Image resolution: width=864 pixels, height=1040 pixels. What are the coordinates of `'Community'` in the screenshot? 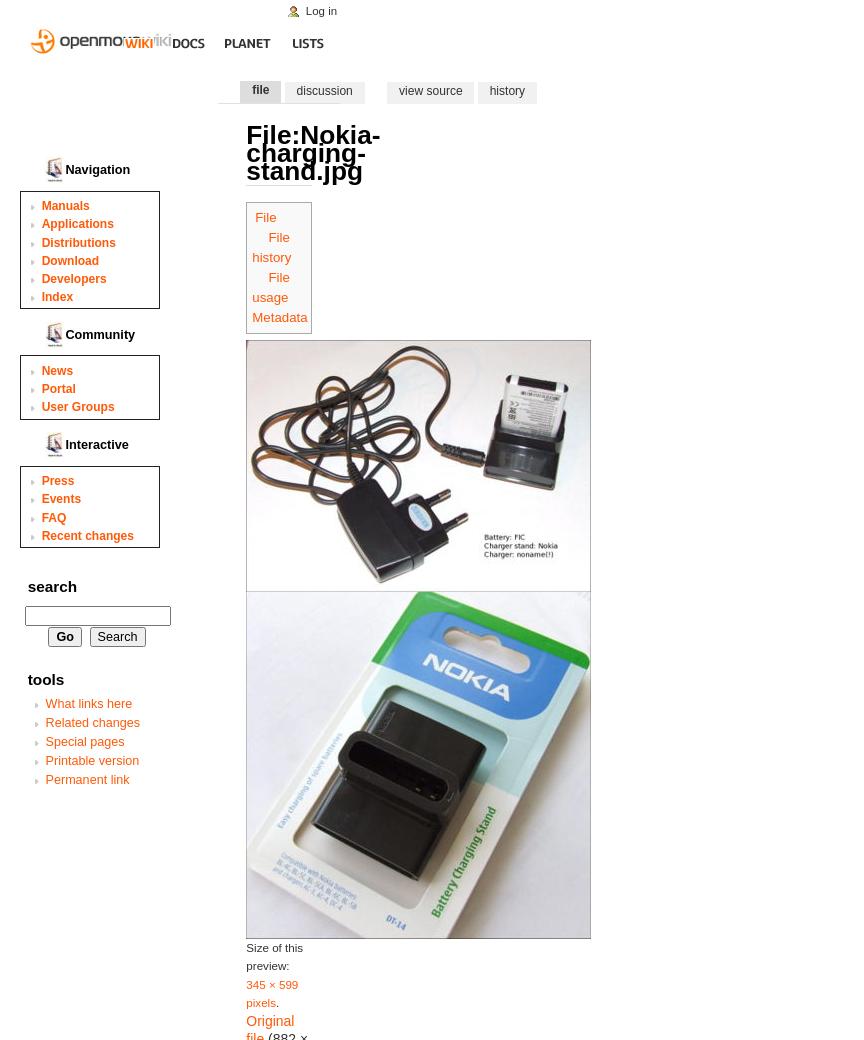 It's located at (99, 333).